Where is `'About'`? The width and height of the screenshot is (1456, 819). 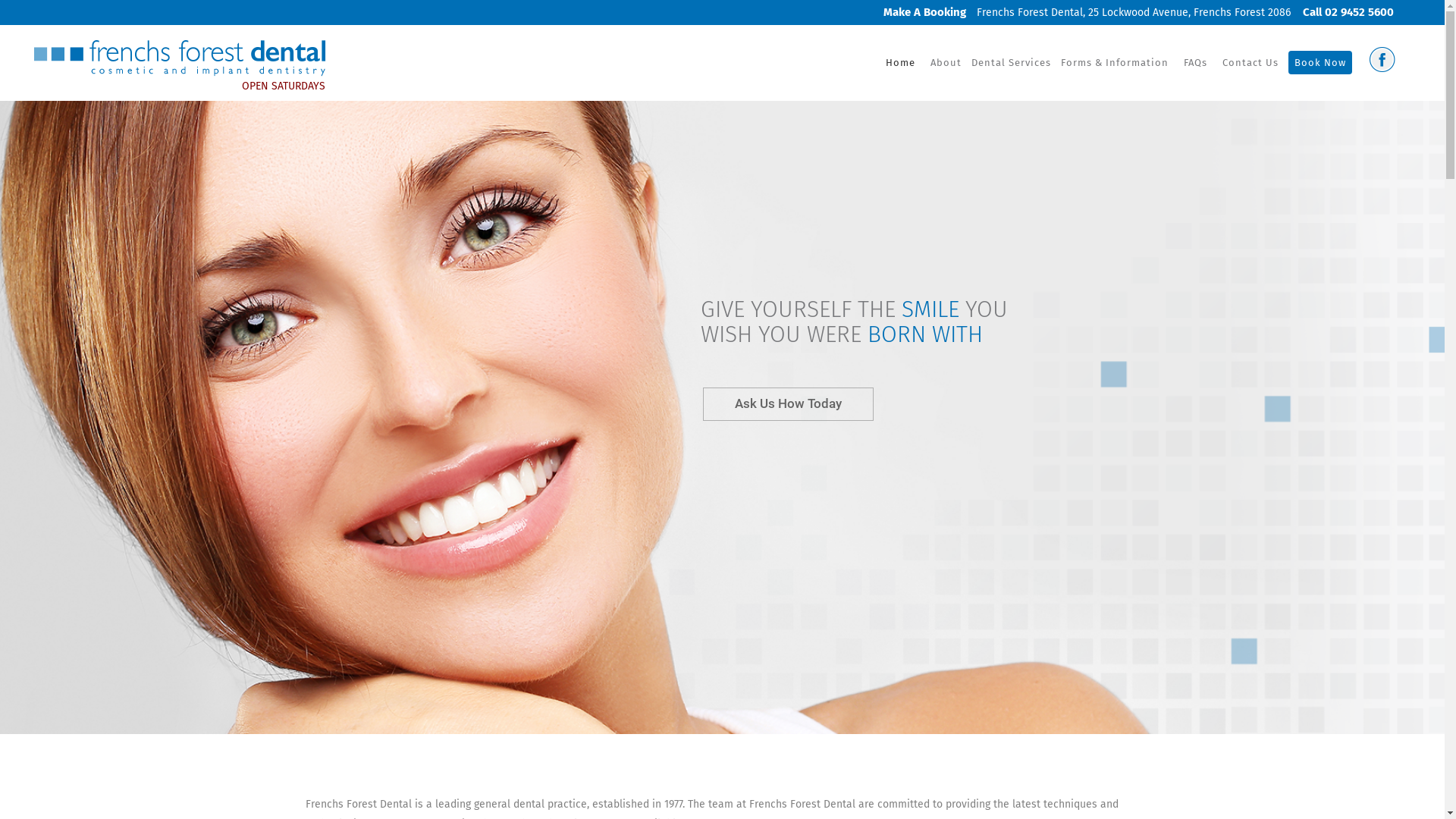 'About' is located at coordinates (945, 62).